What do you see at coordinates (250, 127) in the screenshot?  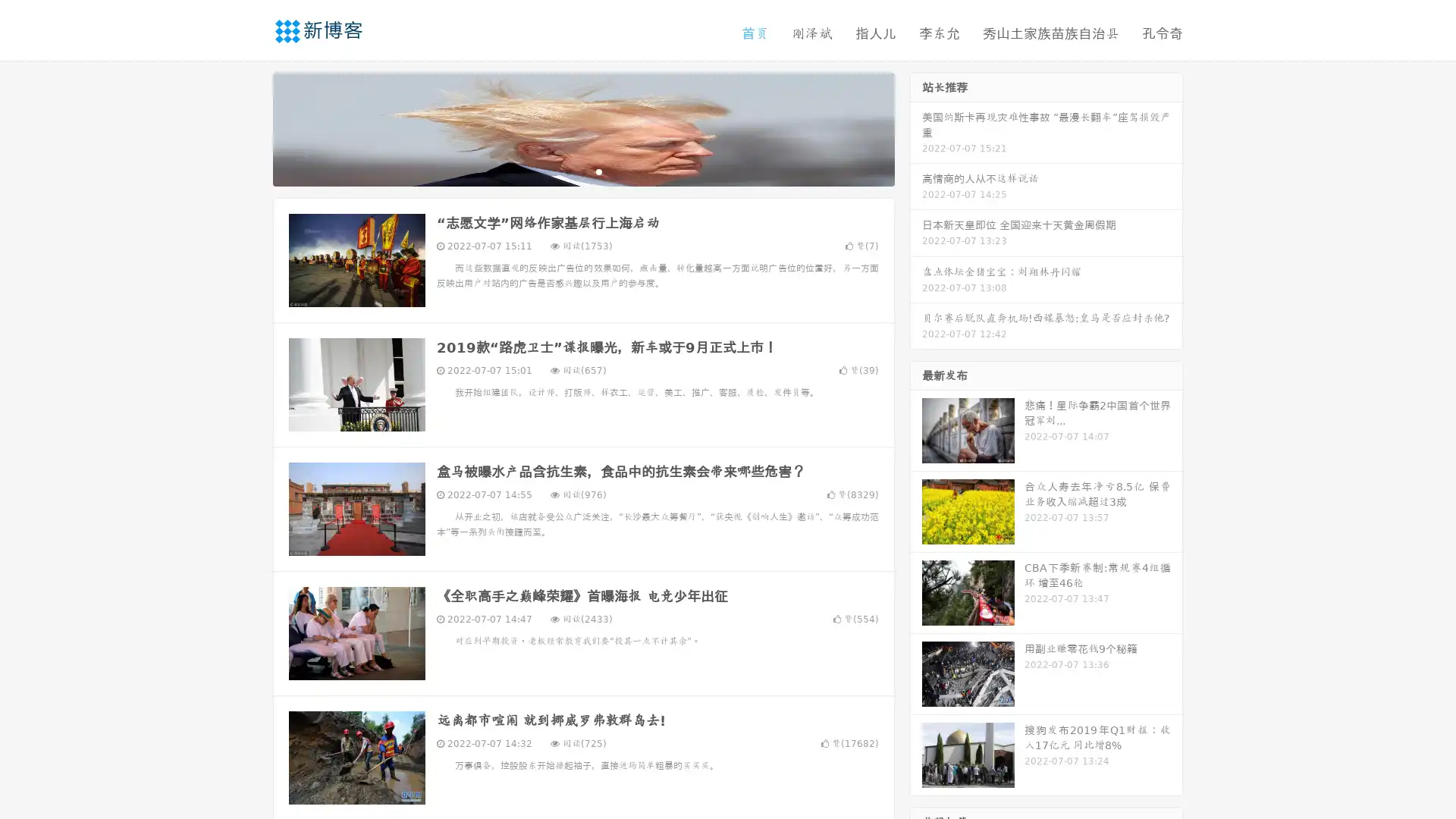 I see `Previous slide` at bounding box center [250, 127].